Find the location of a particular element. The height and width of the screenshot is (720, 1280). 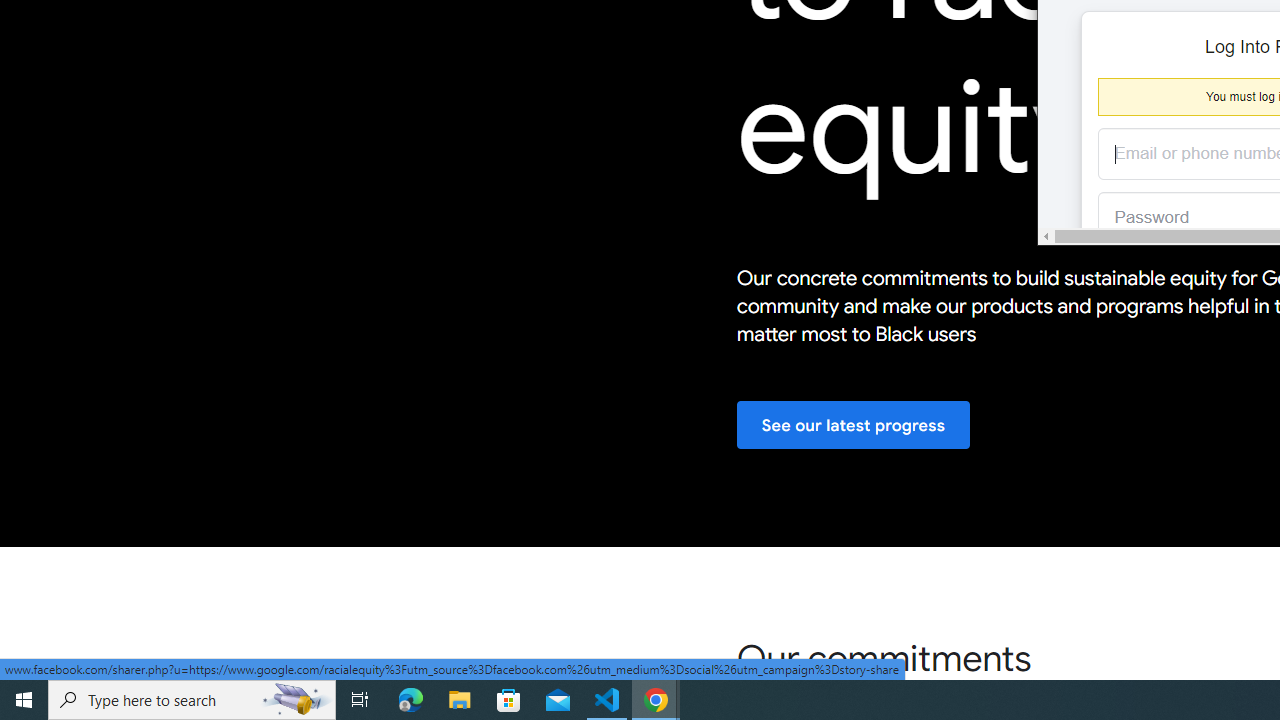

'Microsoft Store' is located at coordinates (509, 698).